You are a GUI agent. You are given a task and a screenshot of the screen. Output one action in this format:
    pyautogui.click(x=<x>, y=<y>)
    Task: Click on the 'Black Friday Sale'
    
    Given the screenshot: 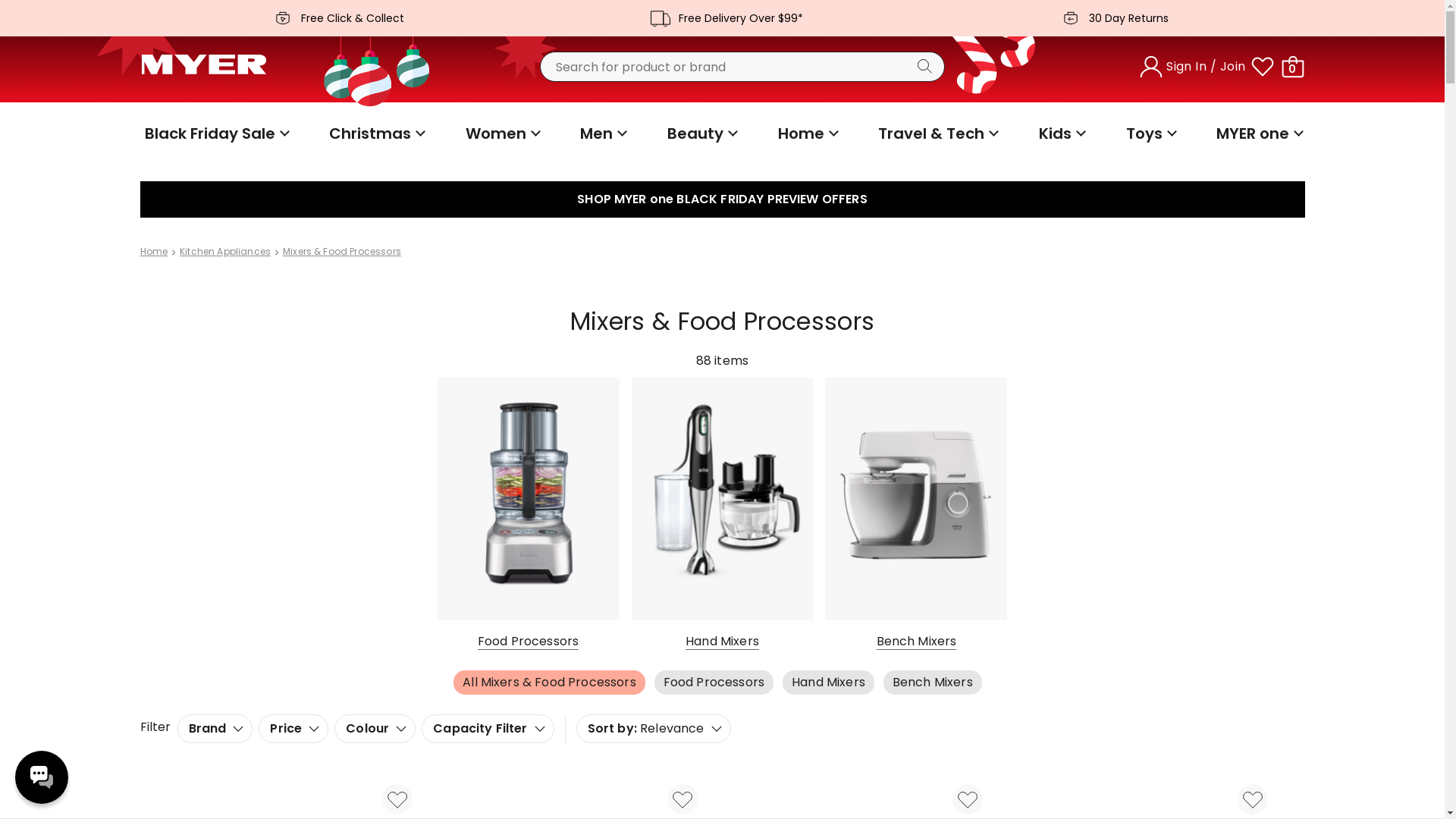 What is the action you would take?
    pyautogui.click(x=214, y=133)
    